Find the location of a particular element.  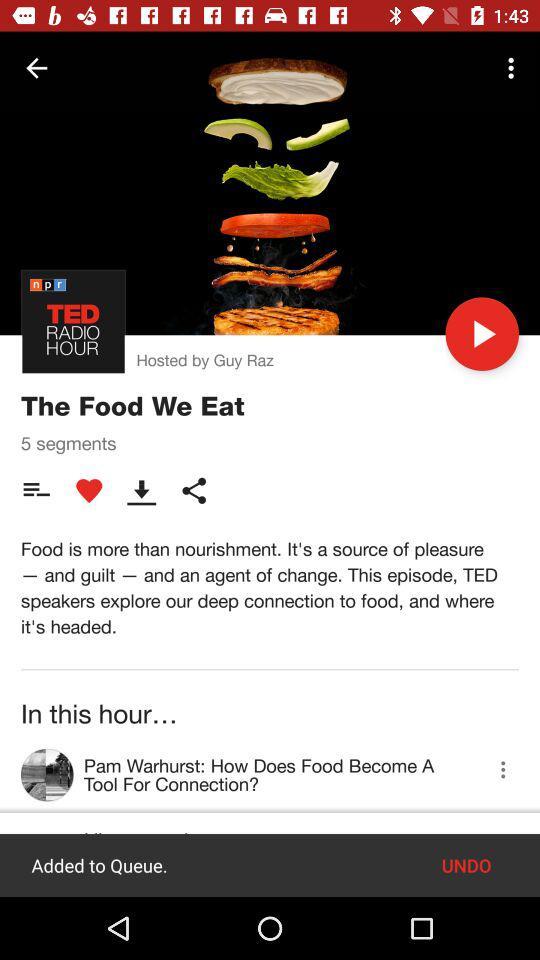

the play icon is located at coordinates (481, 334).